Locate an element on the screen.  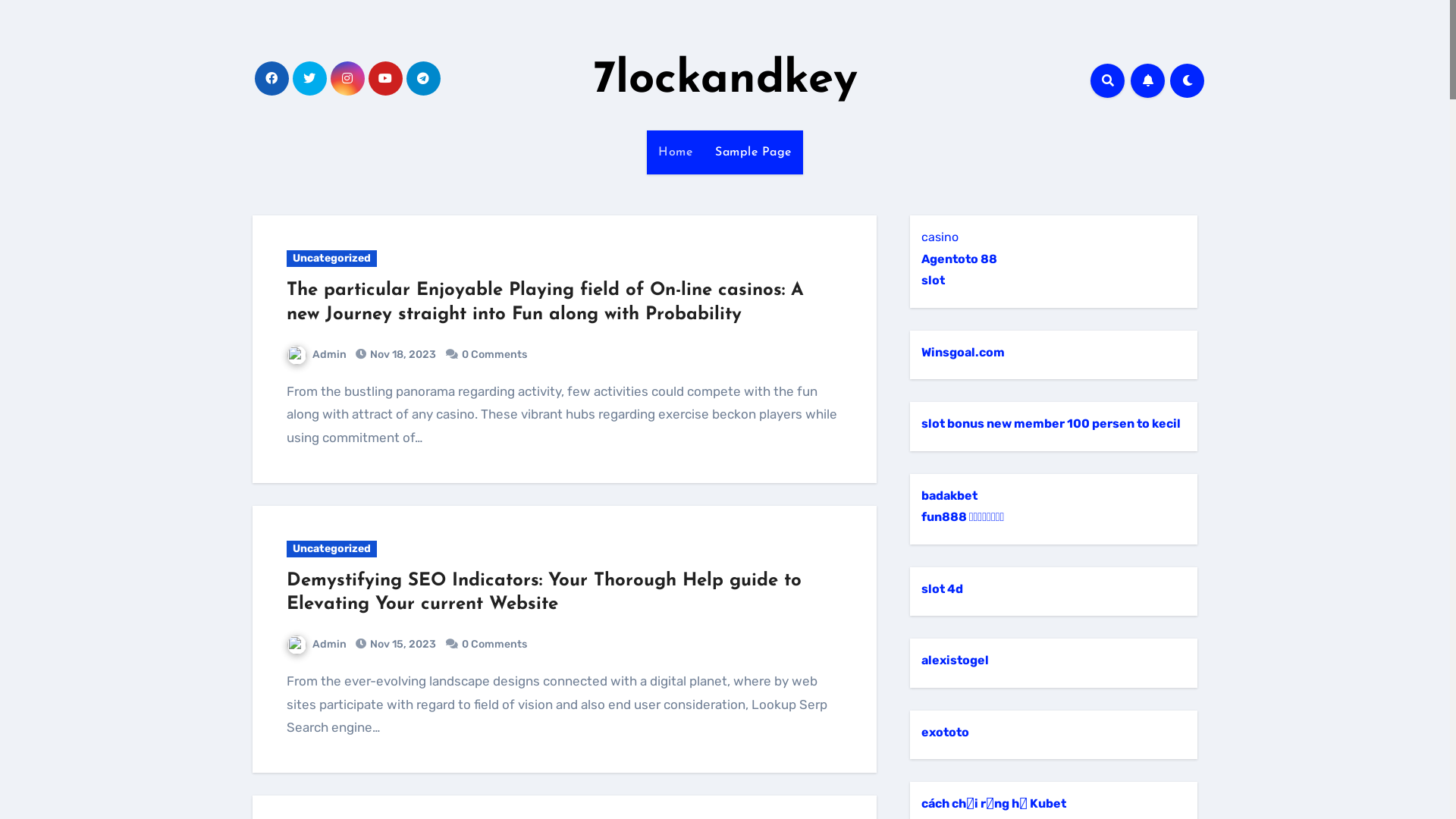
'Sample Page' is located at coordinates (753, 152).